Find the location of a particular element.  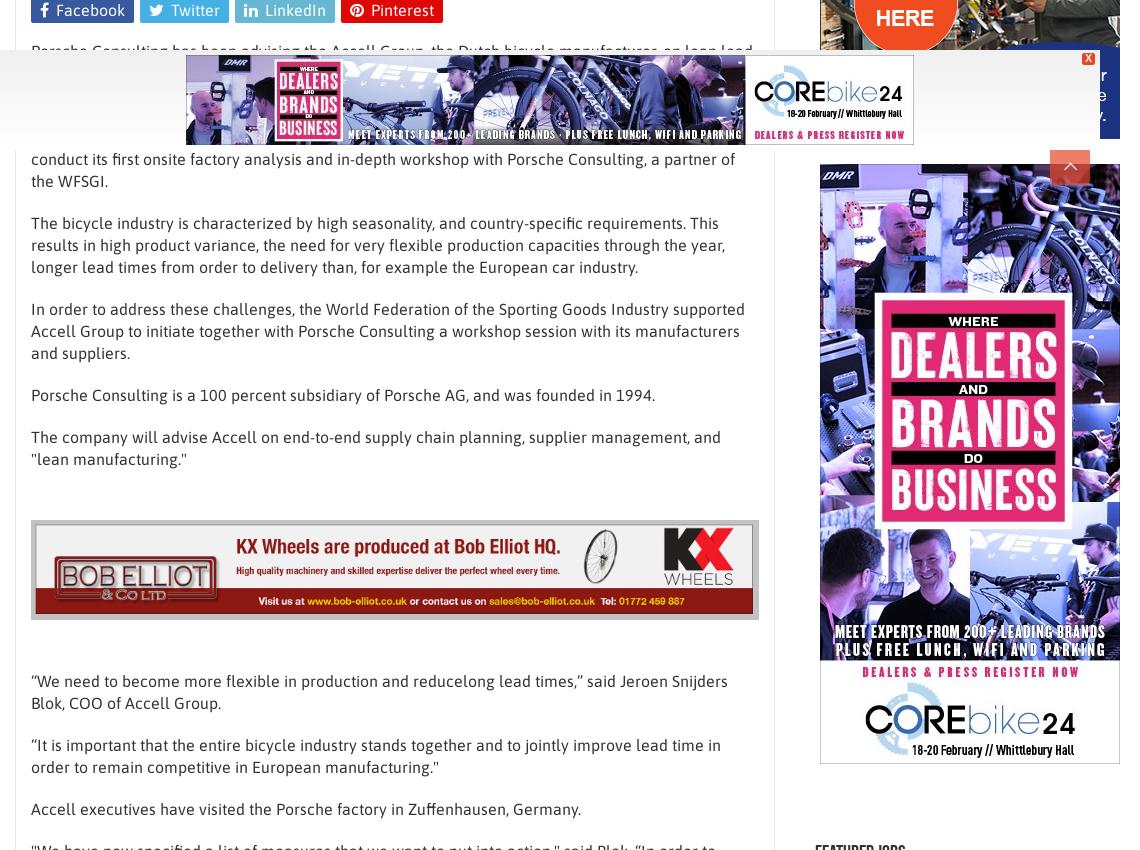

'“It is important that the entire bicycle industry stands together and to jointly improve lead time in order to remain competitive in European manufacturing."' is located at coordinates (374, 755).